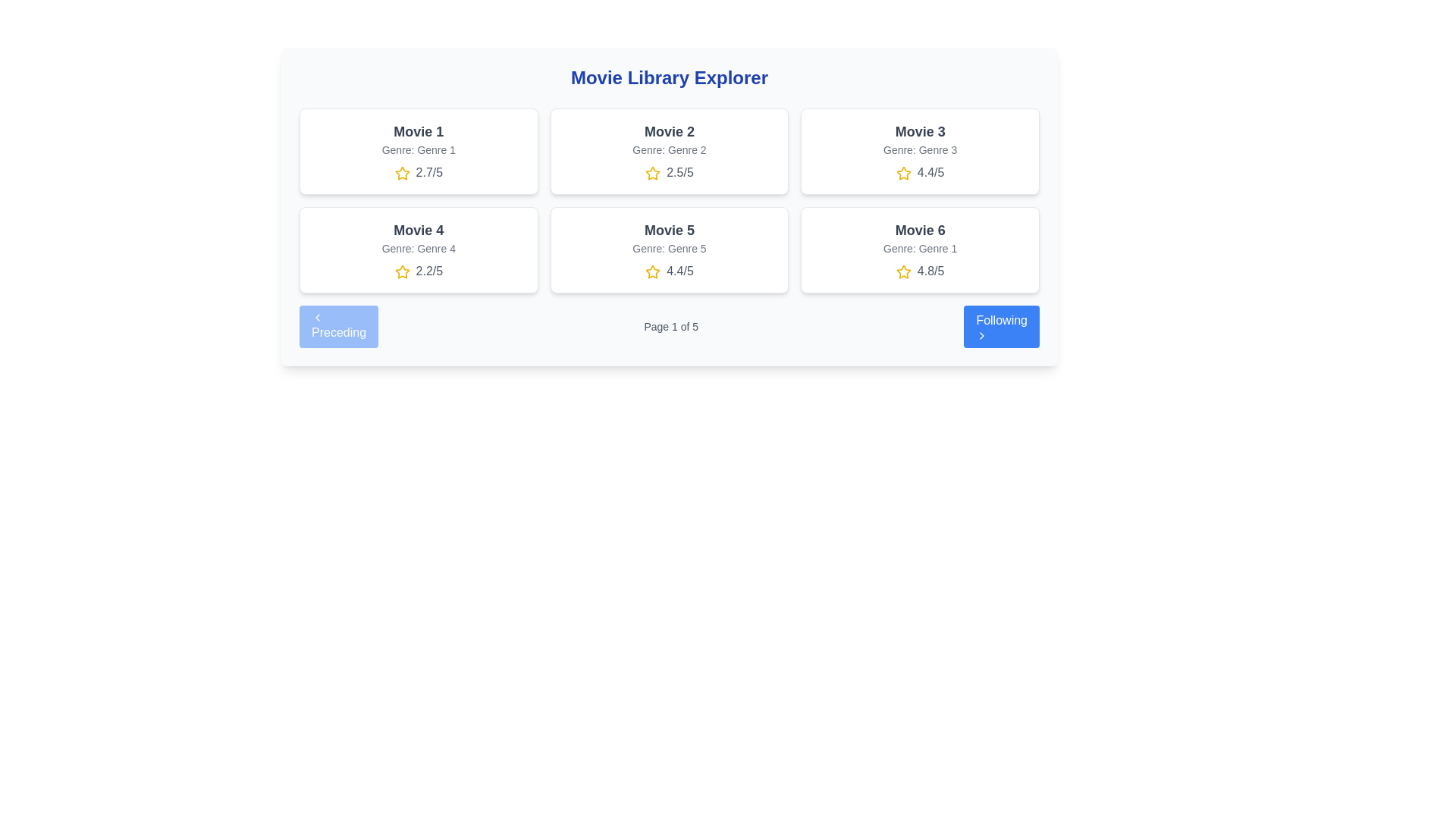 The image size is (1456, 819). What do you see at coordinates (428, 171) in the screenshot?
I see `the average rating score display text located in the top-left movie card under the 'Movie 1' title and adjacent to the yellow star icon for information` at bounding box center [428, 171].